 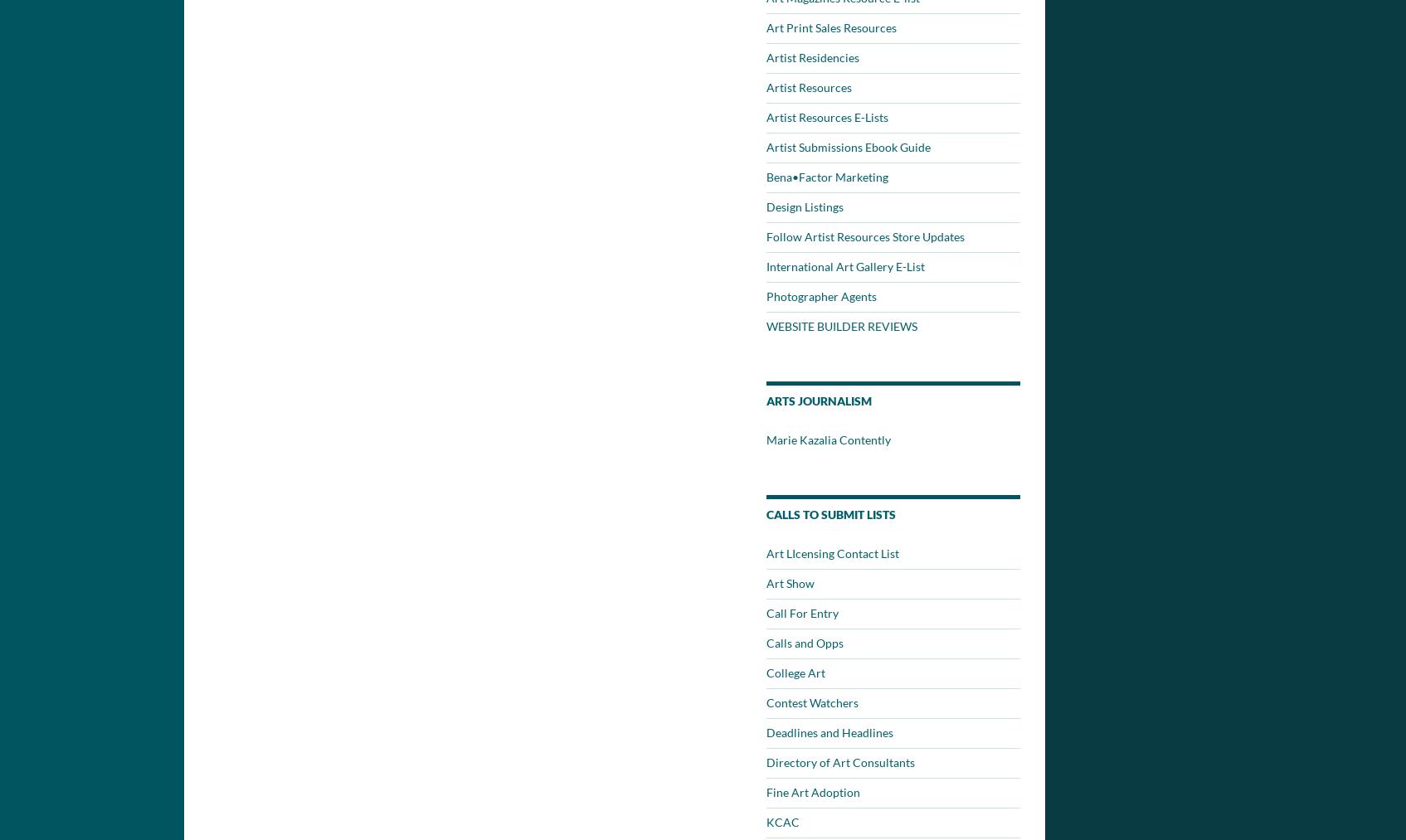 What do you see at coordinates (826, 117) in the screenshot?
I see `'Artist Resources E-Lists'` at bounding box center [826, 117].